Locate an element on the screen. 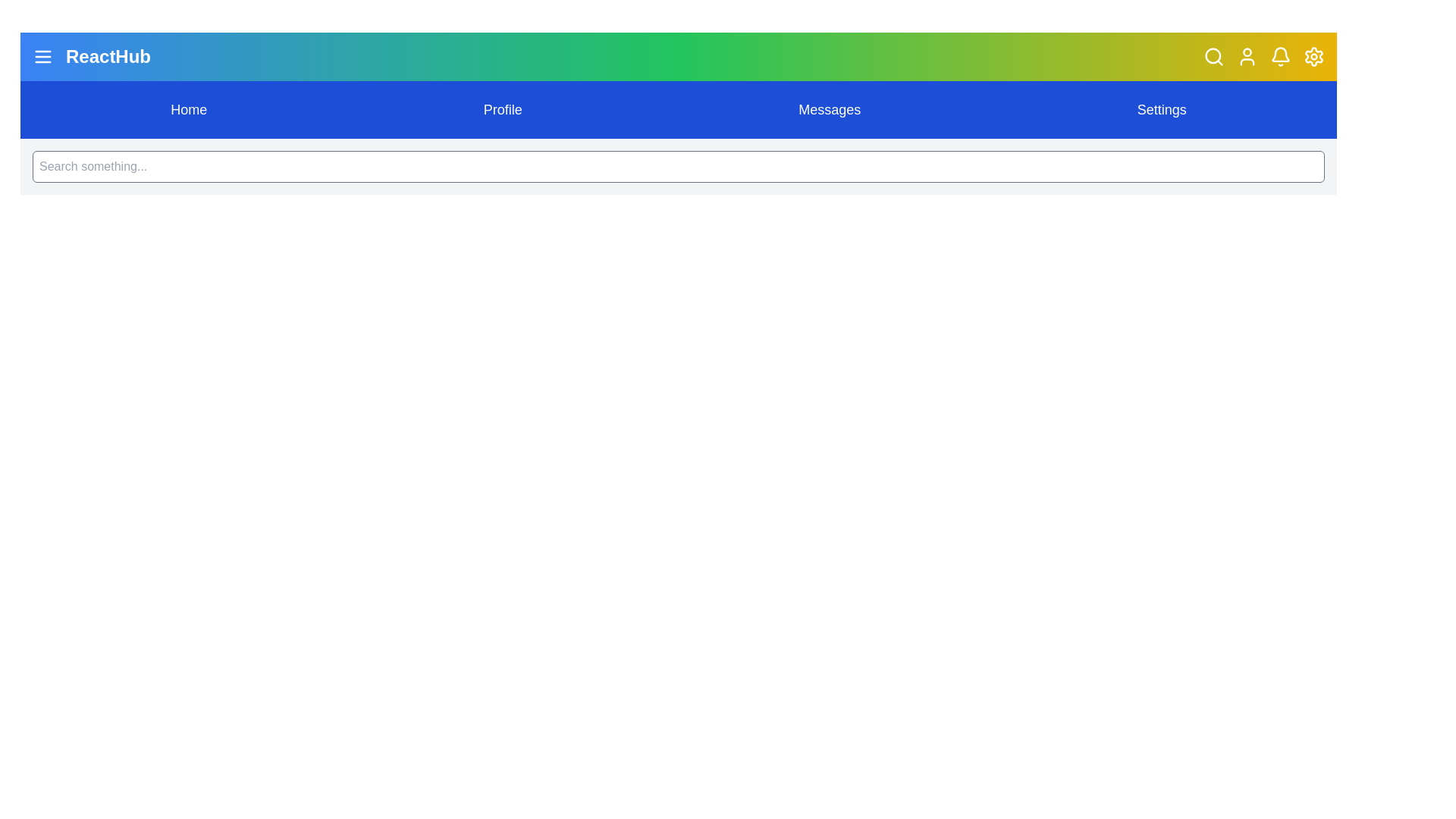  the search input field to focus on it is located at coordinates (677, 166).